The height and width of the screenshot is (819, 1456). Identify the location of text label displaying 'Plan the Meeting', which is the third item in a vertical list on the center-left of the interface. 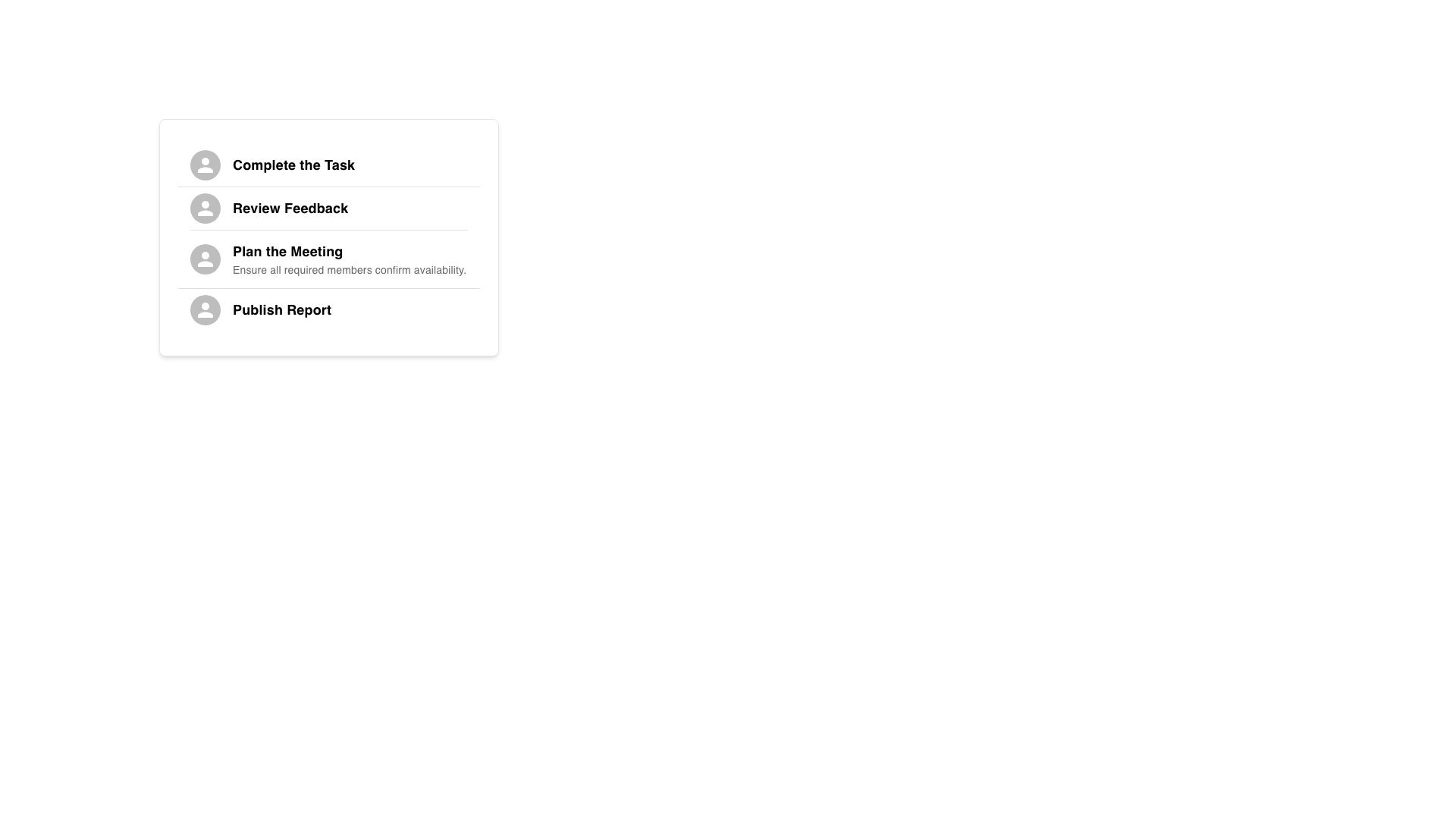
(287, 250).